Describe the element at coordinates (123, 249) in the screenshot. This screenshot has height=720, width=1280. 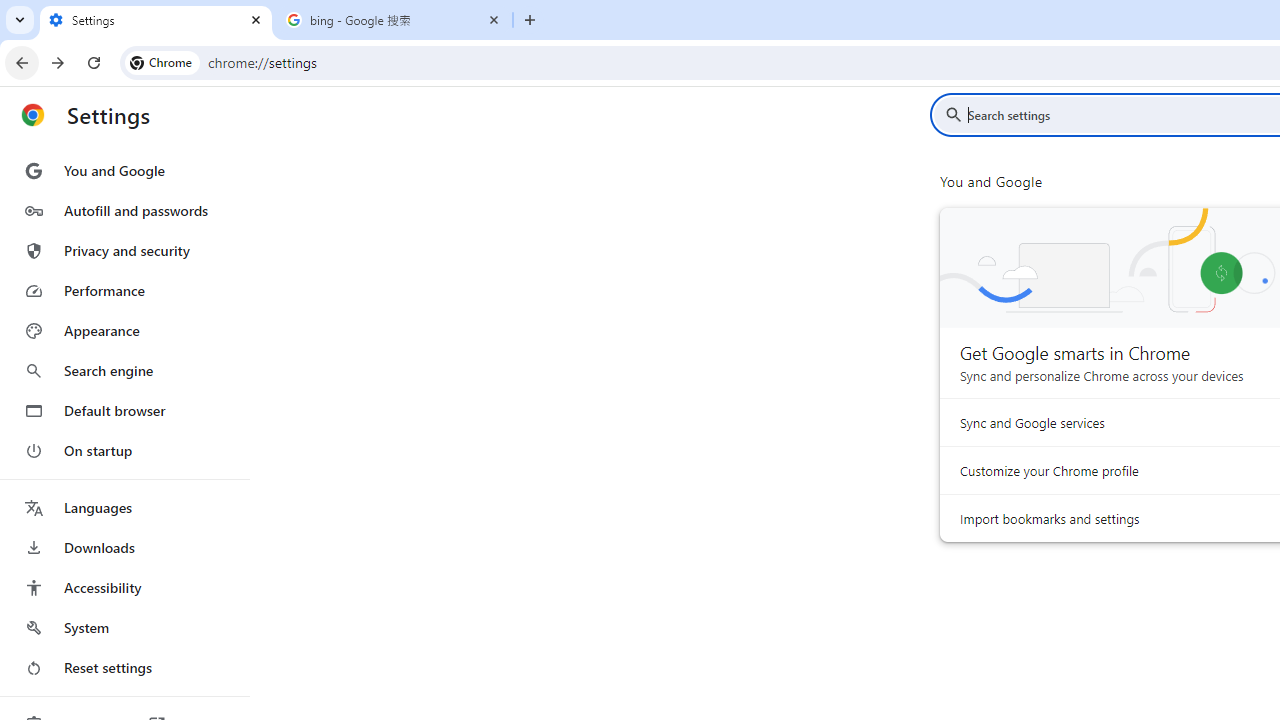
I see `'Privacy and security'` at that location.